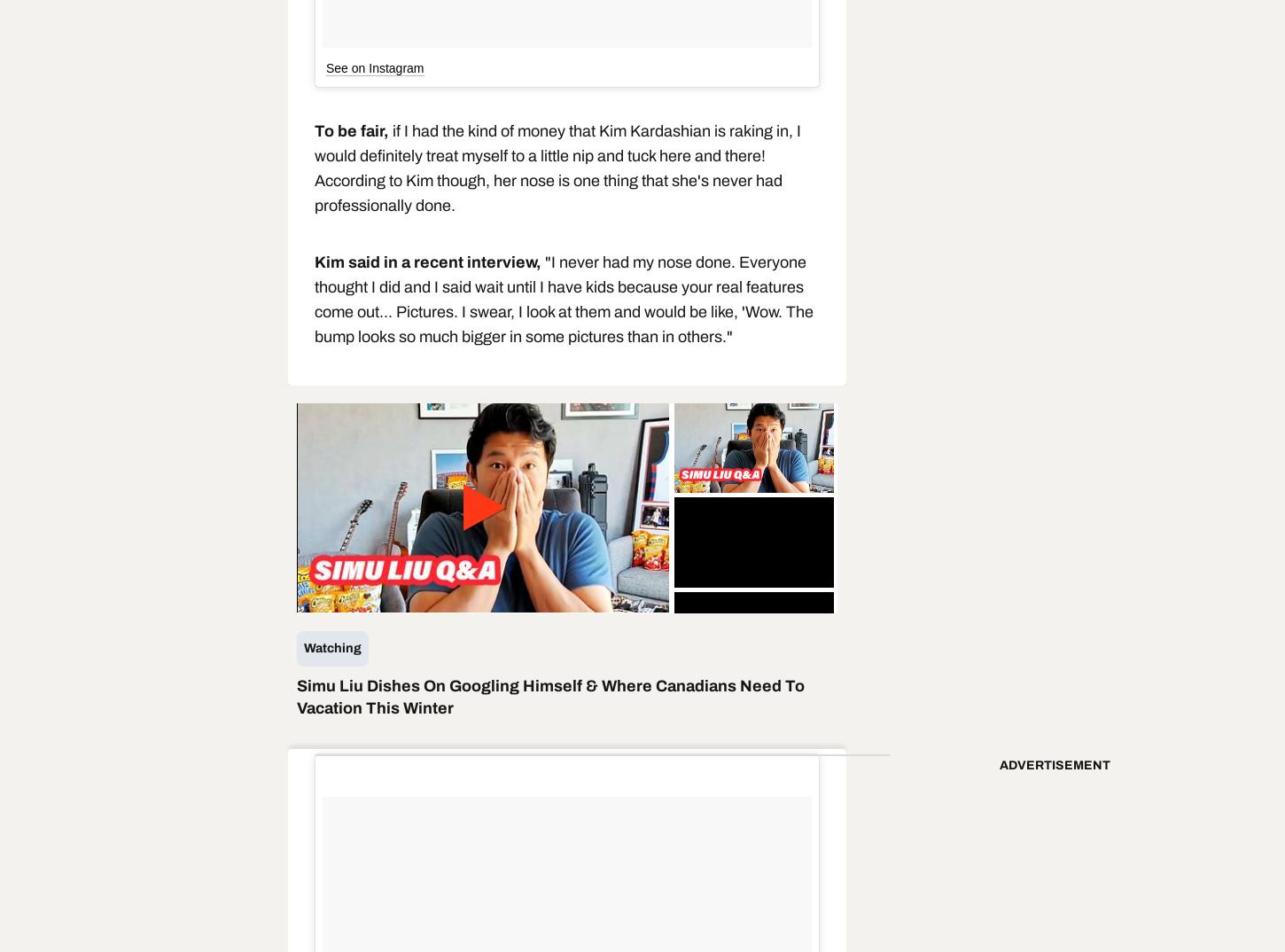 The height and width of the screenshot is (952, 1285). I want to click on '/', so click(403, 597).